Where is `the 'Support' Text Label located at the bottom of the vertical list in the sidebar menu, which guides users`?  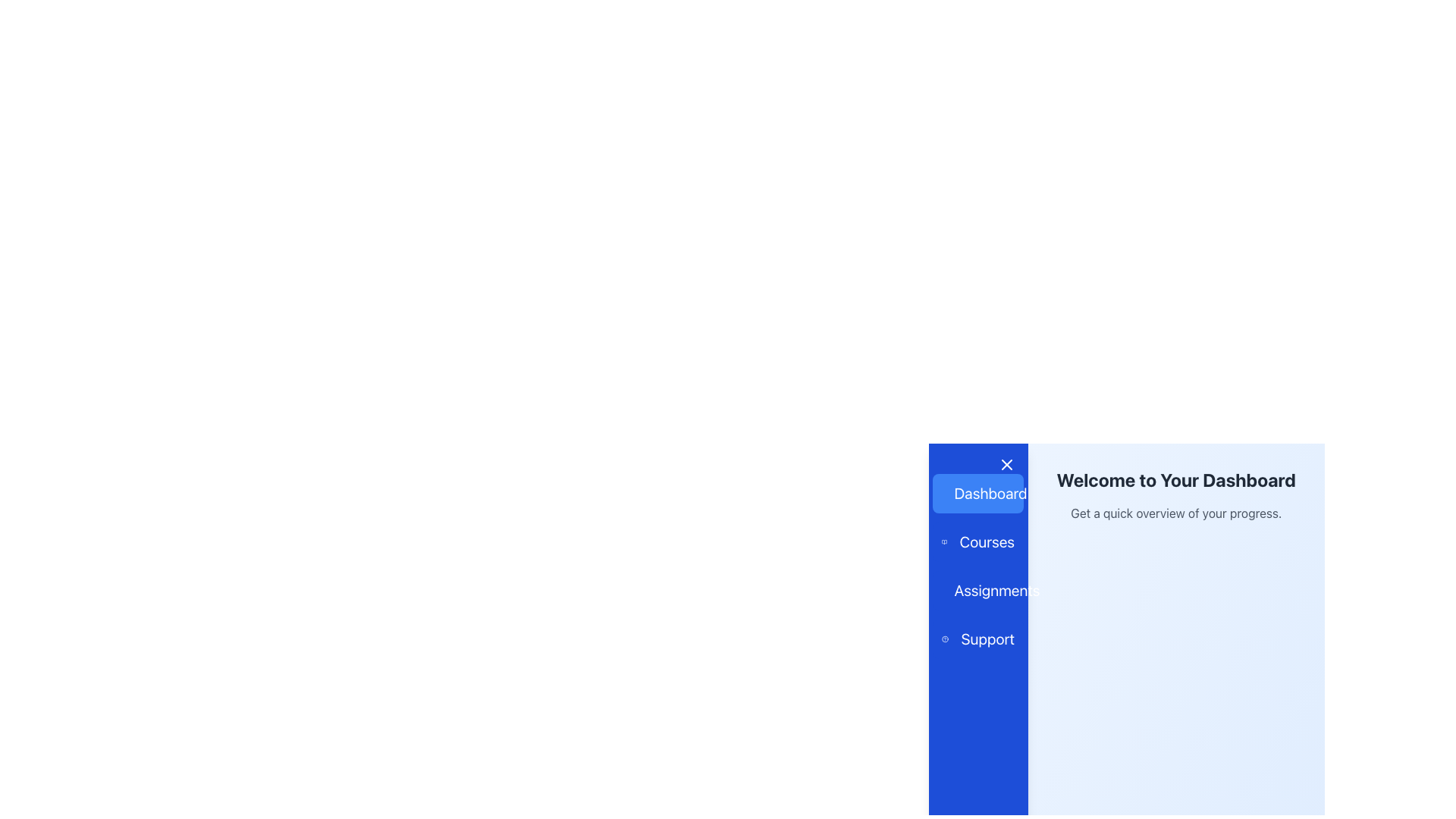 the 'Support' Text Label located at the bottom of the vertical list in the sidebar menu, which guides users is located at coordinates (987, 639).